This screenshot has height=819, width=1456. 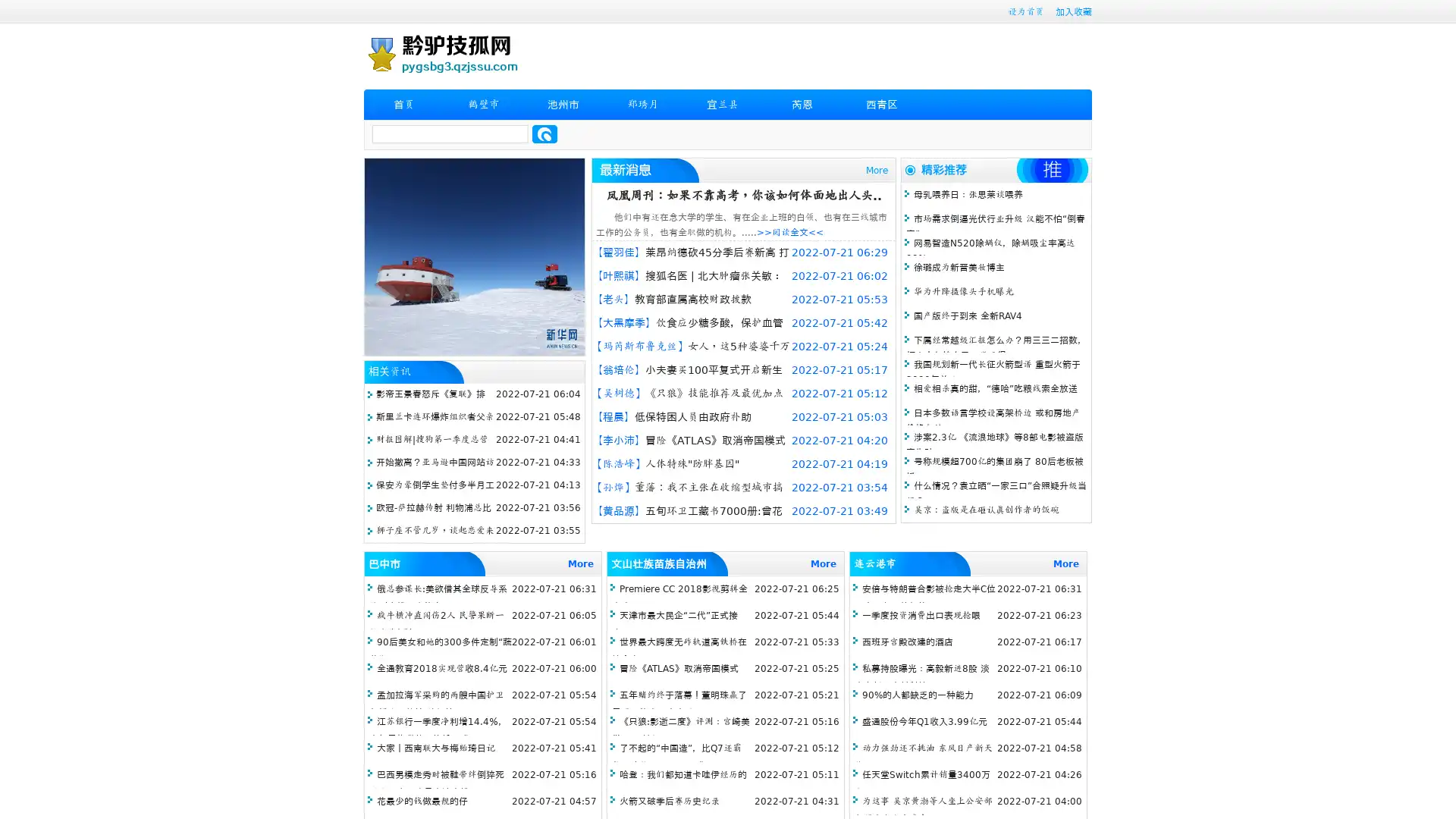 What do you see at coordinates (544, 133) in the screenshot?
I see `Search` at bounding box center [544, 133].